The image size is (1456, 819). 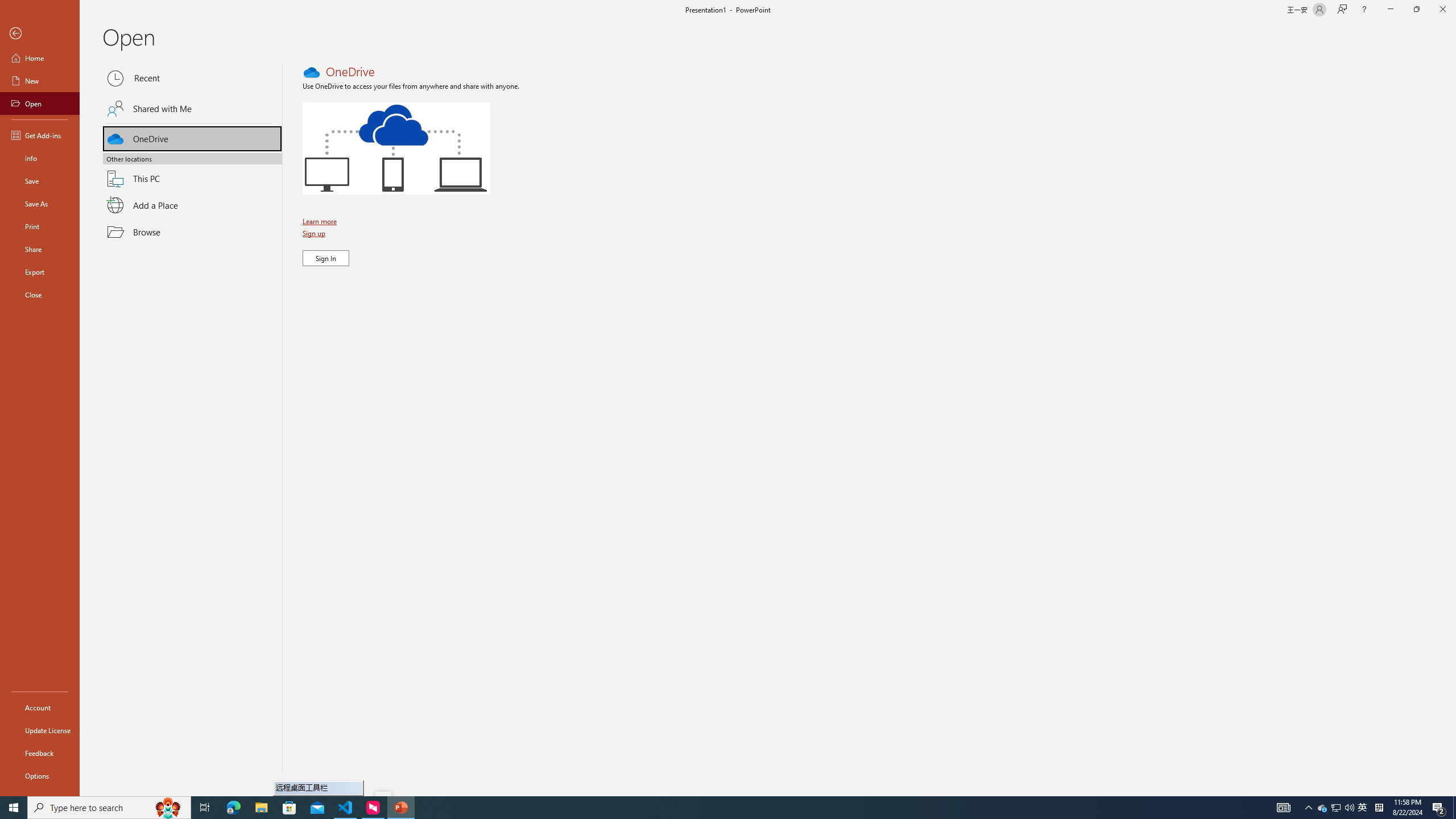 What do you see at coordinates (39, 80) in the screenshot?
I see `'New'` at bounding box center [39, 80].